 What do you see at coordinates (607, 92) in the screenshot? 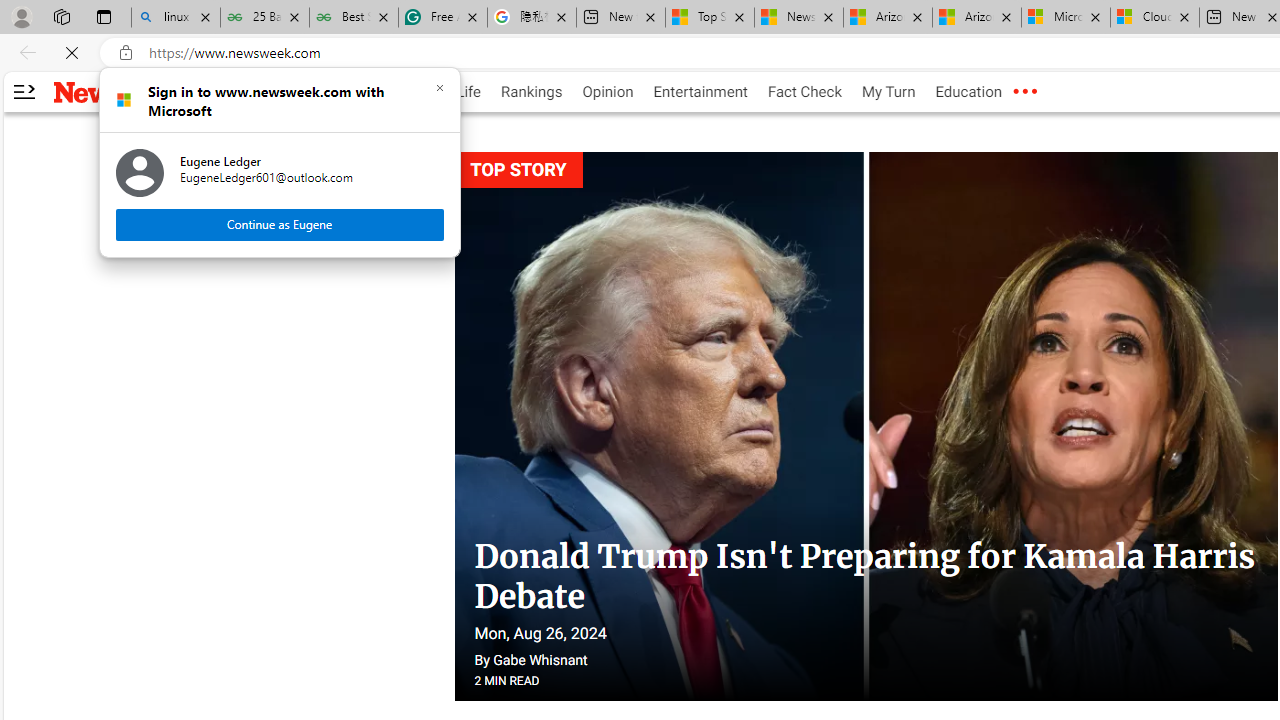
I see `'Opinion'` at bounding box center [607, 92].